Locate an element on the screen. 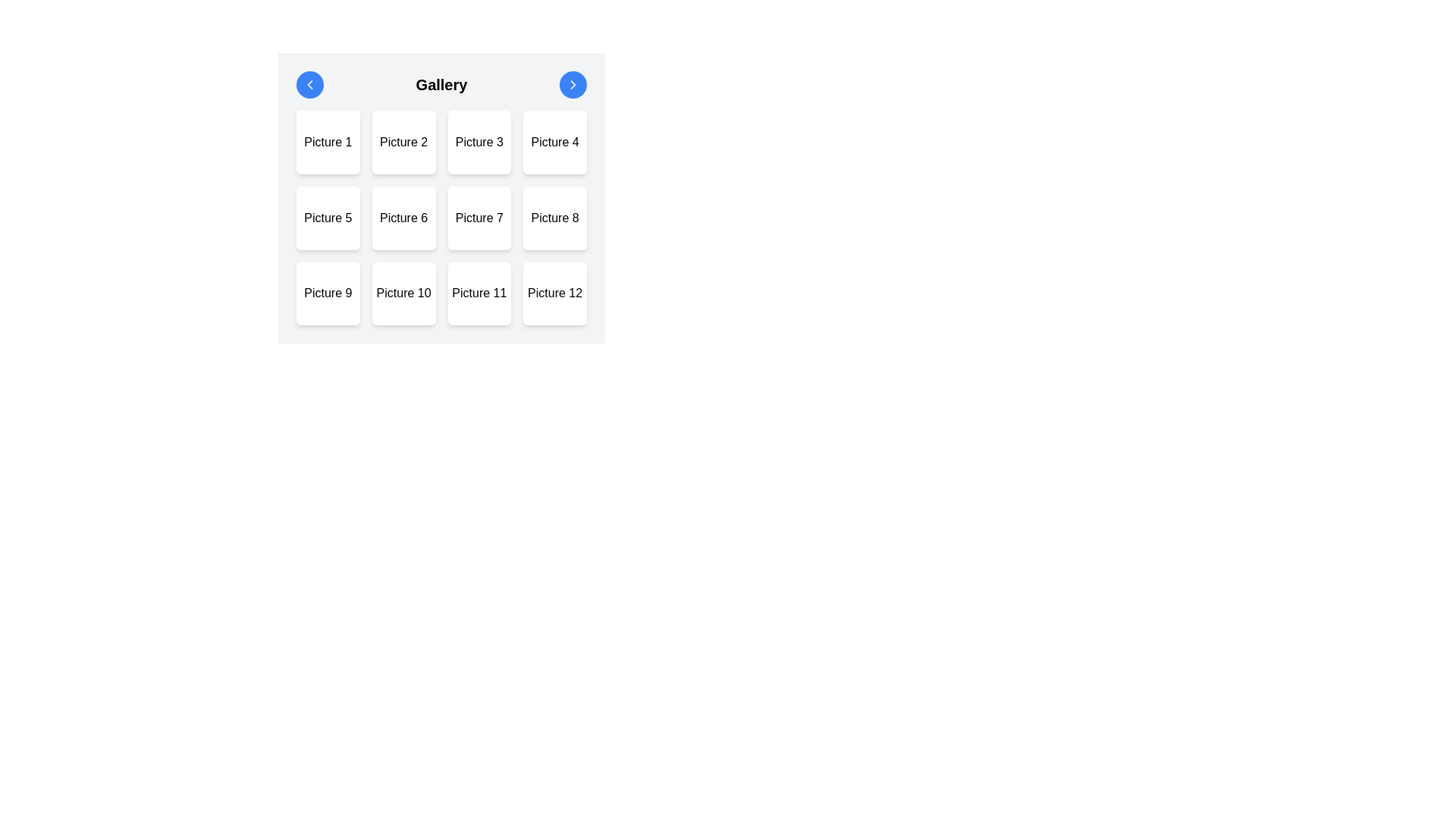 This screenshot has width=1456, height=819. the 'Picture 1' button, which is a square-shaped button with a white background and rounded corners, located in the top-left position of the grid under the 'Gallery' title is located at coordinates (327, 142).